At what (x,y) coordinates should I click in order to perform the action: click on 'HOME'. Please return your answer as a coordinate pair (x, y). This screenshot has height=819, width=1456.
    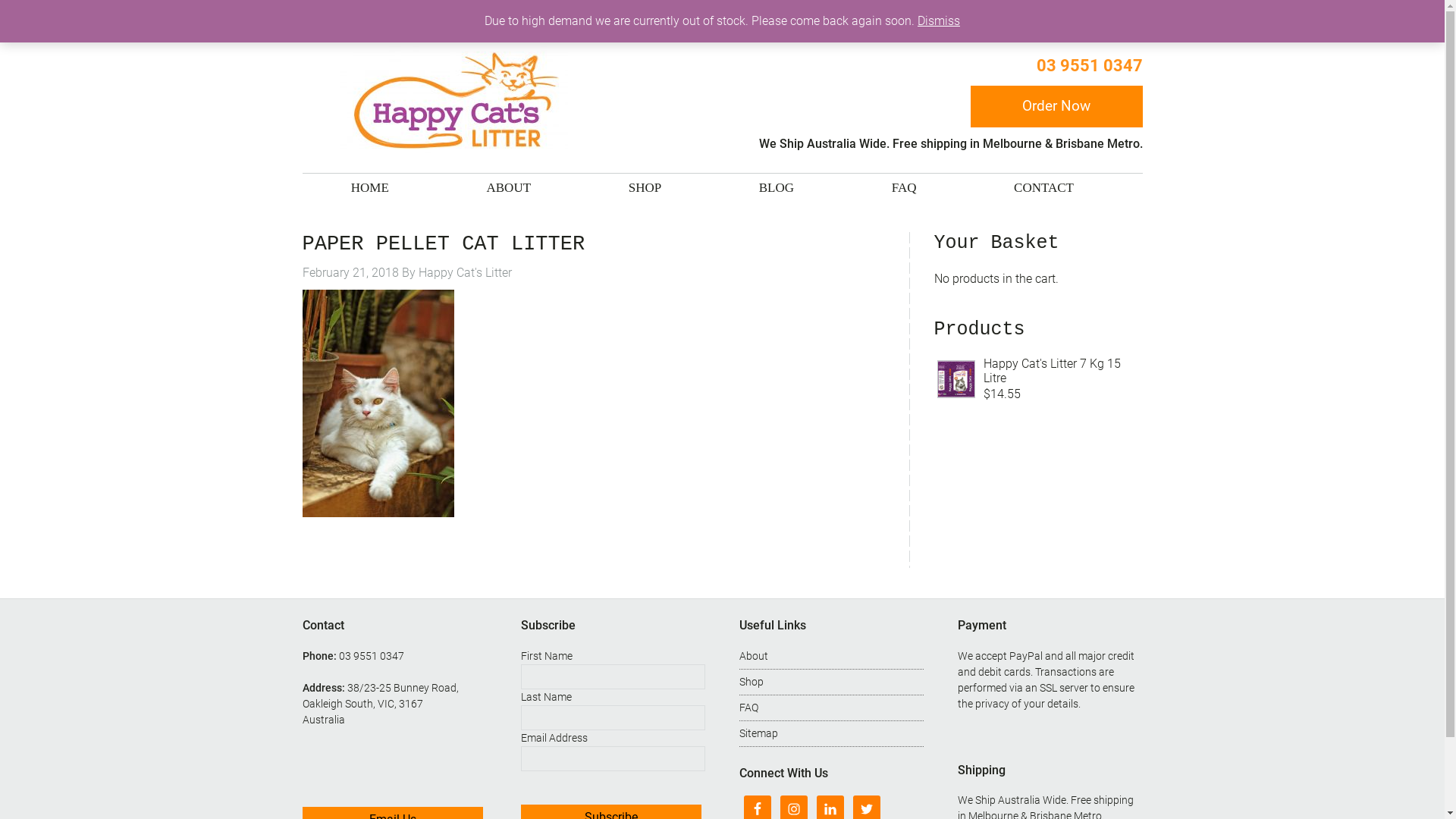
    Looking at the image, I should click on (370, 187).